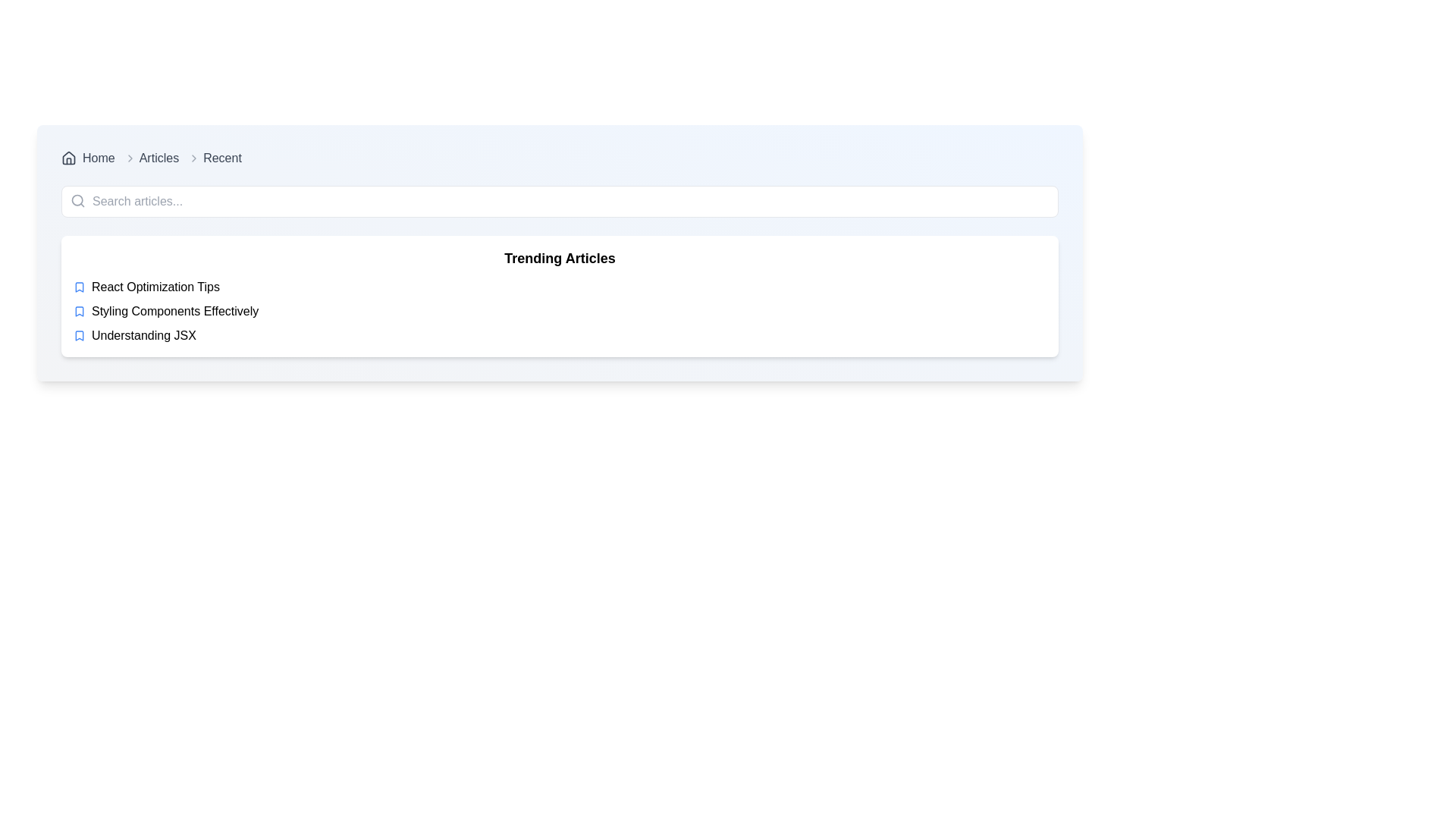  Describe the element at coordinates (68, 158) in the screenshot. I see `the center dot of the 'Home' icon in the navigation breadcrumb menu bar` at that location.